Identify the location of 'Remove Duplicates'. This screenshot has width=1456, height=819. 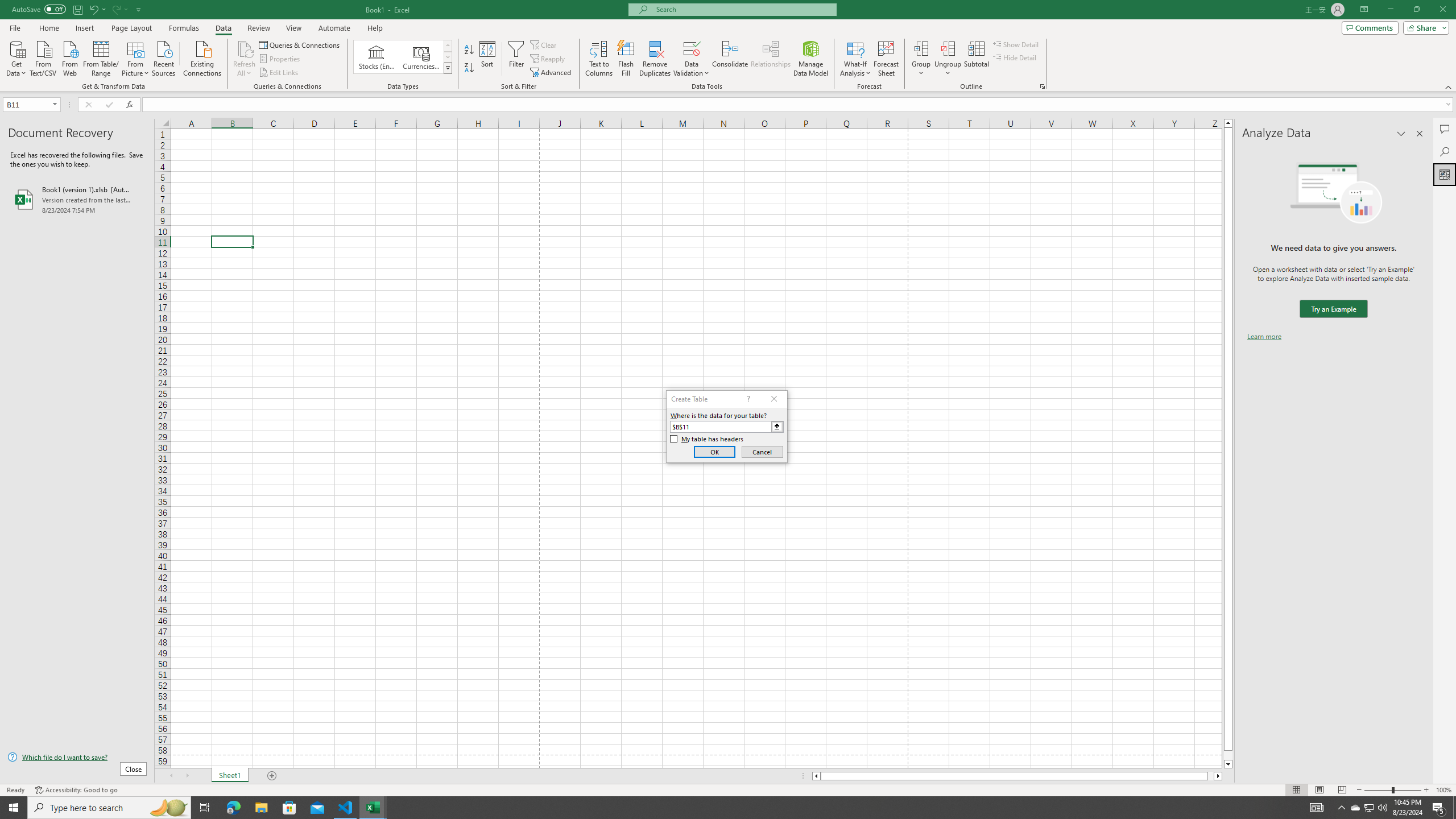
(655, 59).